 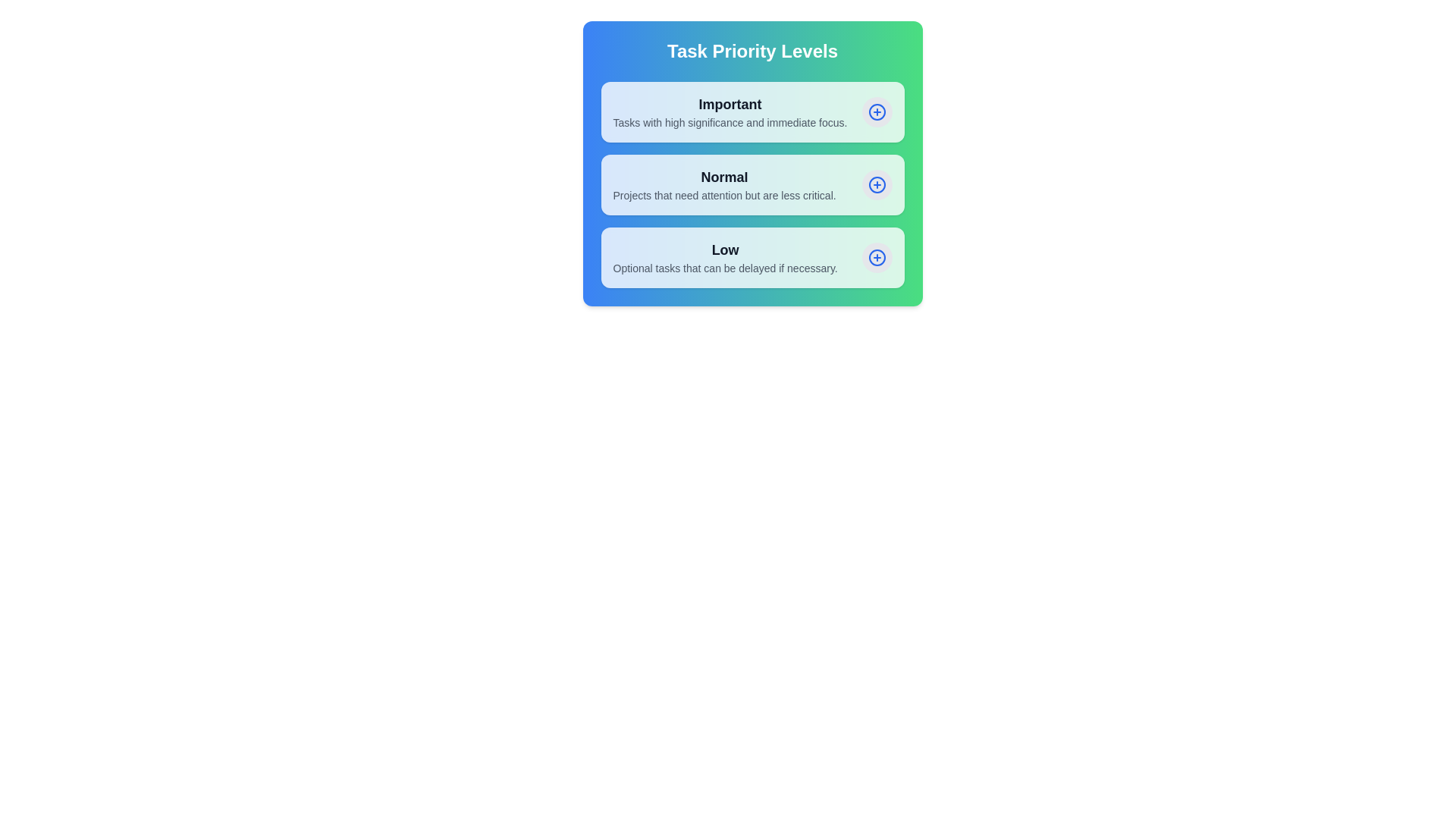 What do you see at coordinates (877, 111) in the screenshot?
I see `the button located in the upper row of the priority list labeled 'Important'` at bounding box center [877, 111].